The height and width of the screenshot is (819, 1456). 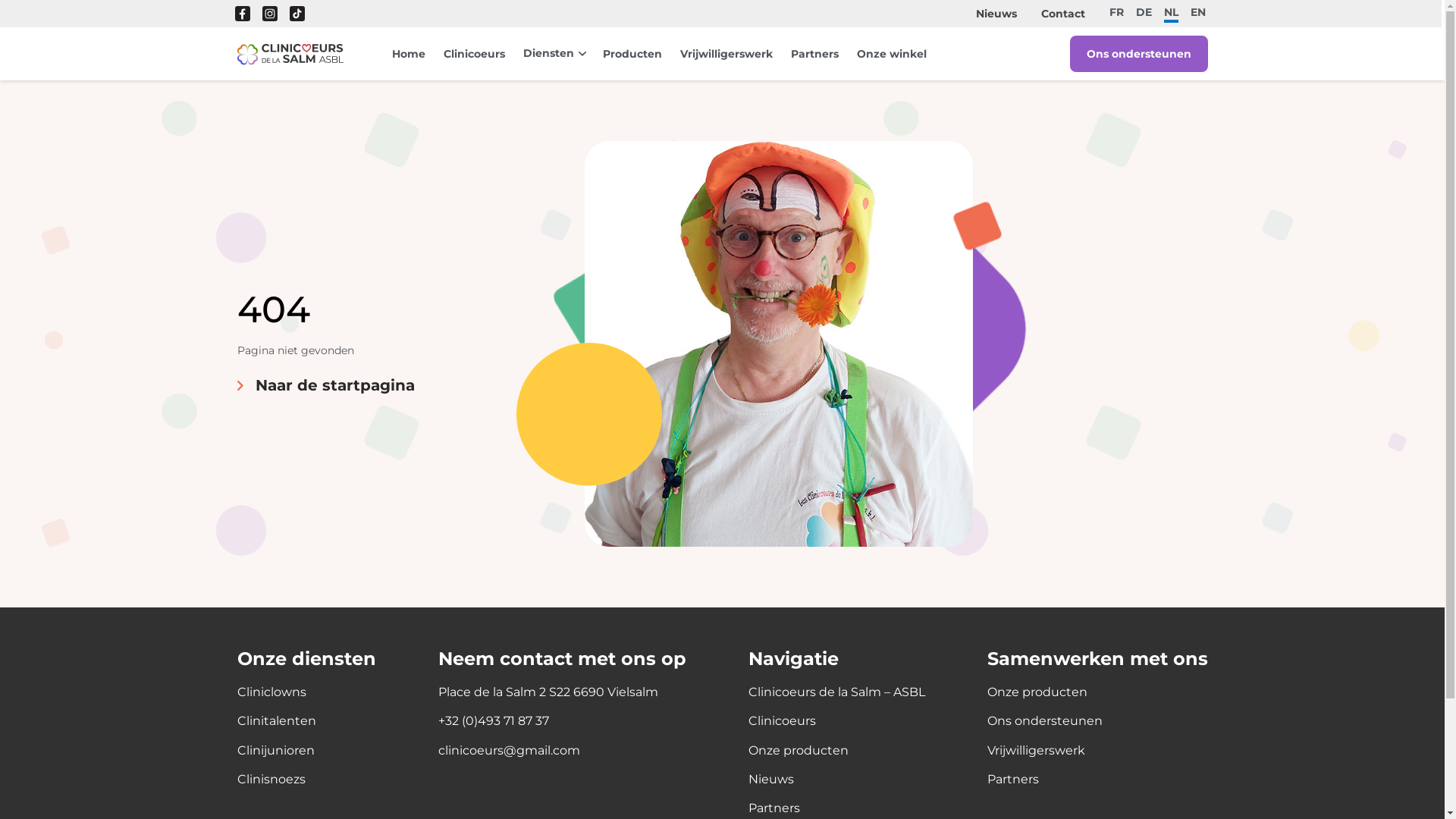 I want to click on 'EN, so click(x=1189, y=11).